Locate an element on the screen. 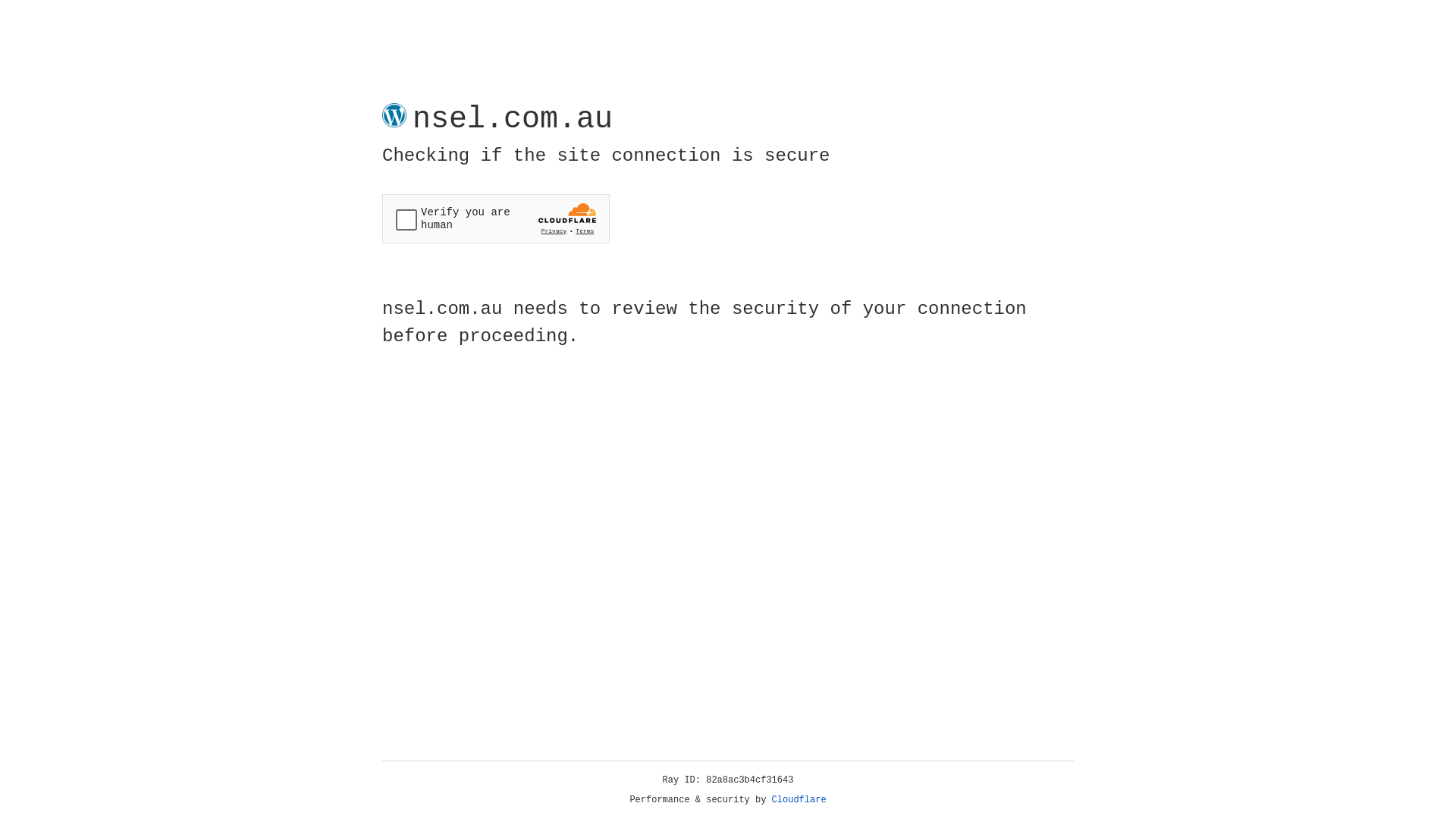 This screenshot has width=1456, height=819. 'Cloudflare' is located at coordinates (799, 799).